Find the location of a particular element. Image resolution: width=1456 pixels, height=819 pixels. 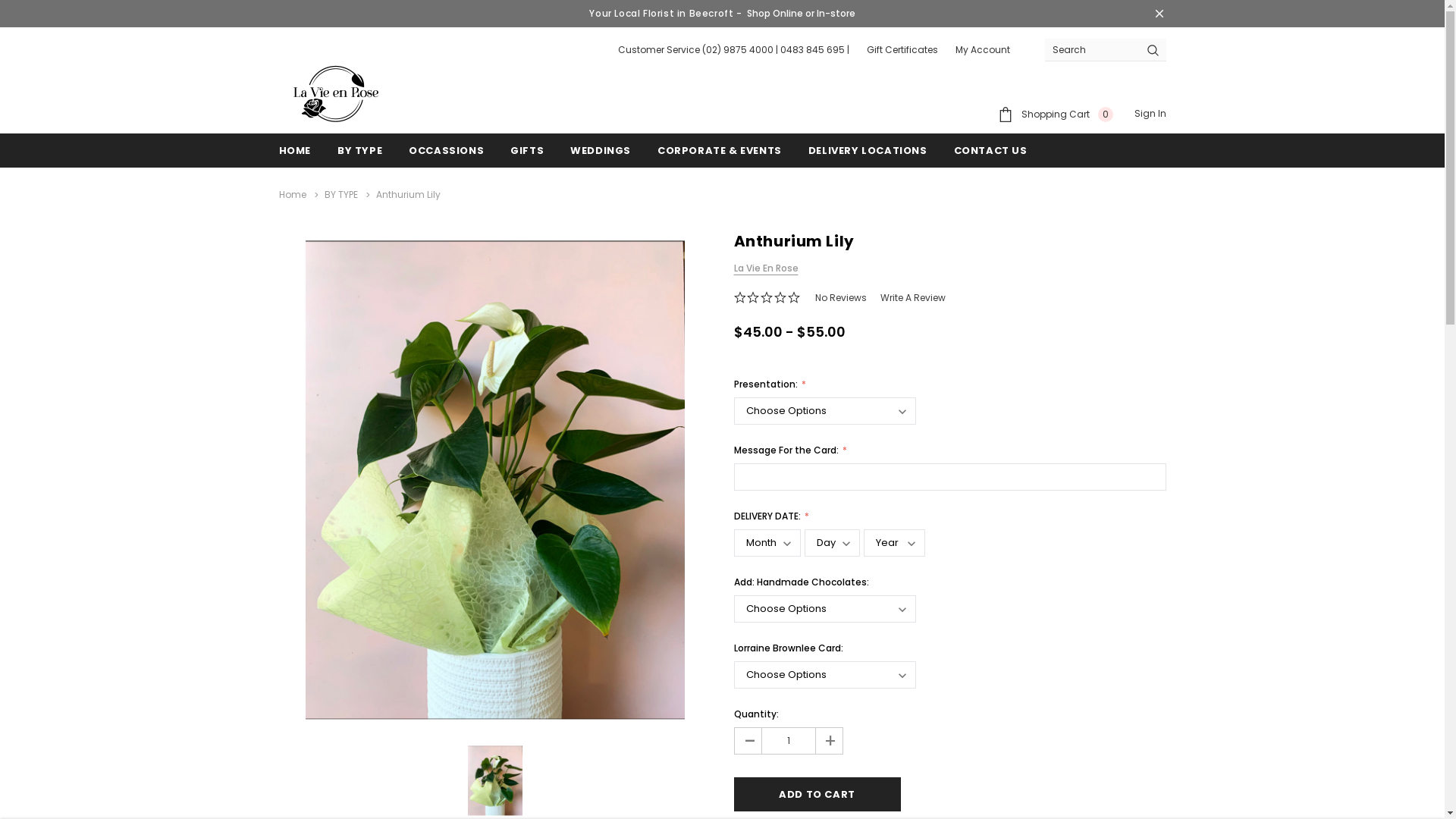

'+' is located at coordinates (827, 739).